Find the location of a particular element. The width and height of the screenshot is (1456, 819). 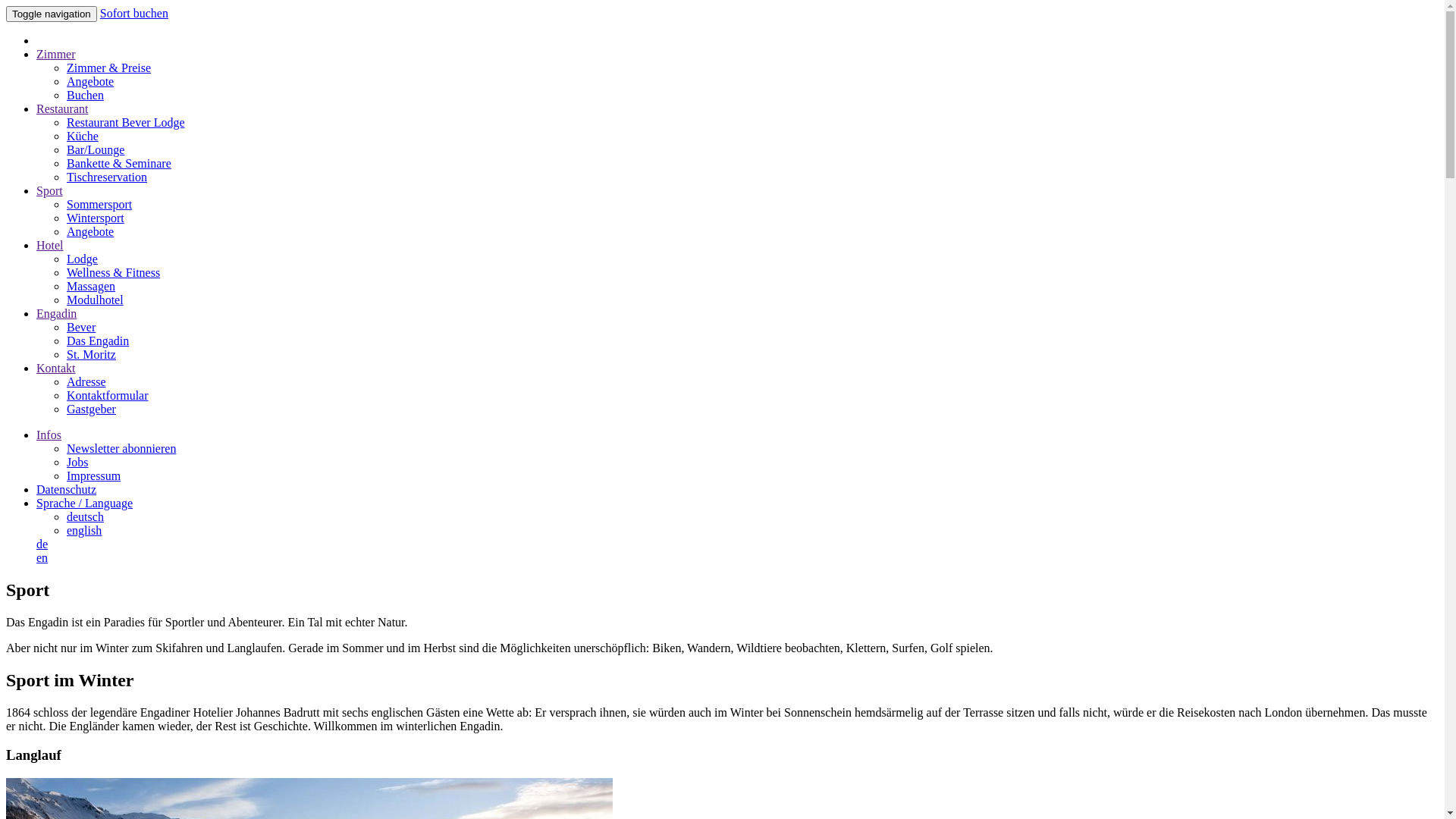

'Restaurant Bever Lodge' is located at coordinates (126, 121).